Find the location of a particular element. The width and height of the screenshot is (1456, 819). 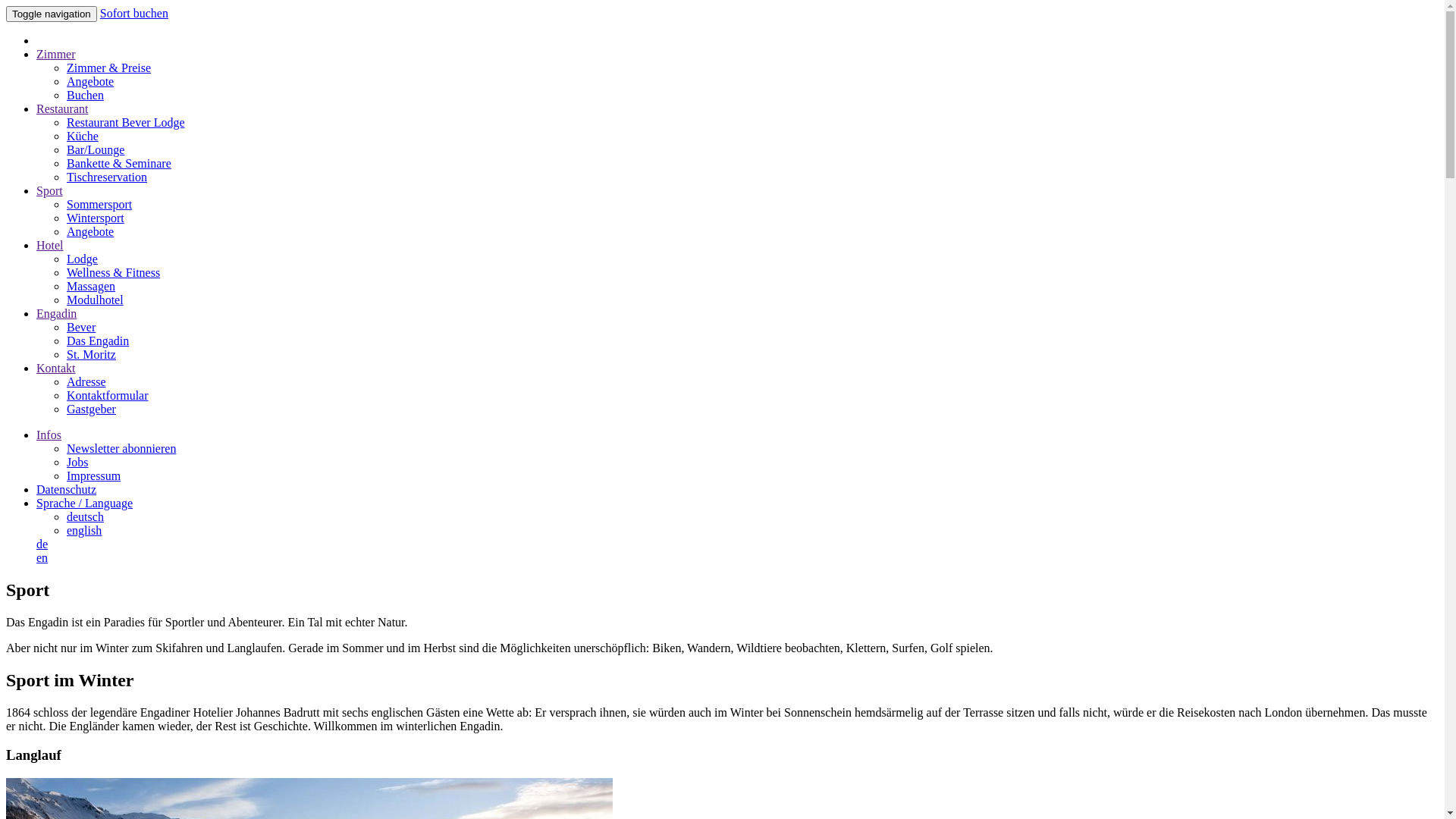

'Restaurant Bever Lodge' is located at coordinates (126, 121).